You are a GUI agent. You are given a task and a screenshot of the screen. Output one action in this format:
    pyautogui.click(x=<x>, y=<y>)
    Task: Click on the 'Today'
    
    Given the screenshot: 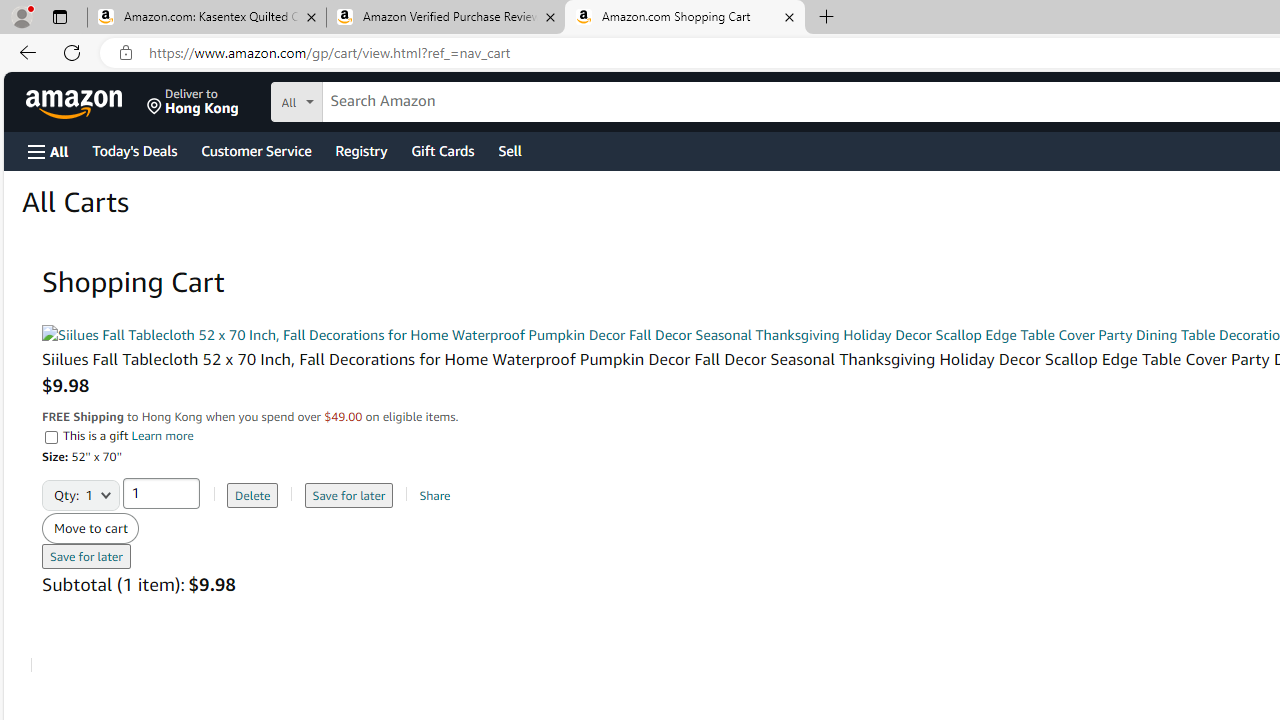 What is the action you would take?
    pyautogui.click(x=133, y=149)
    